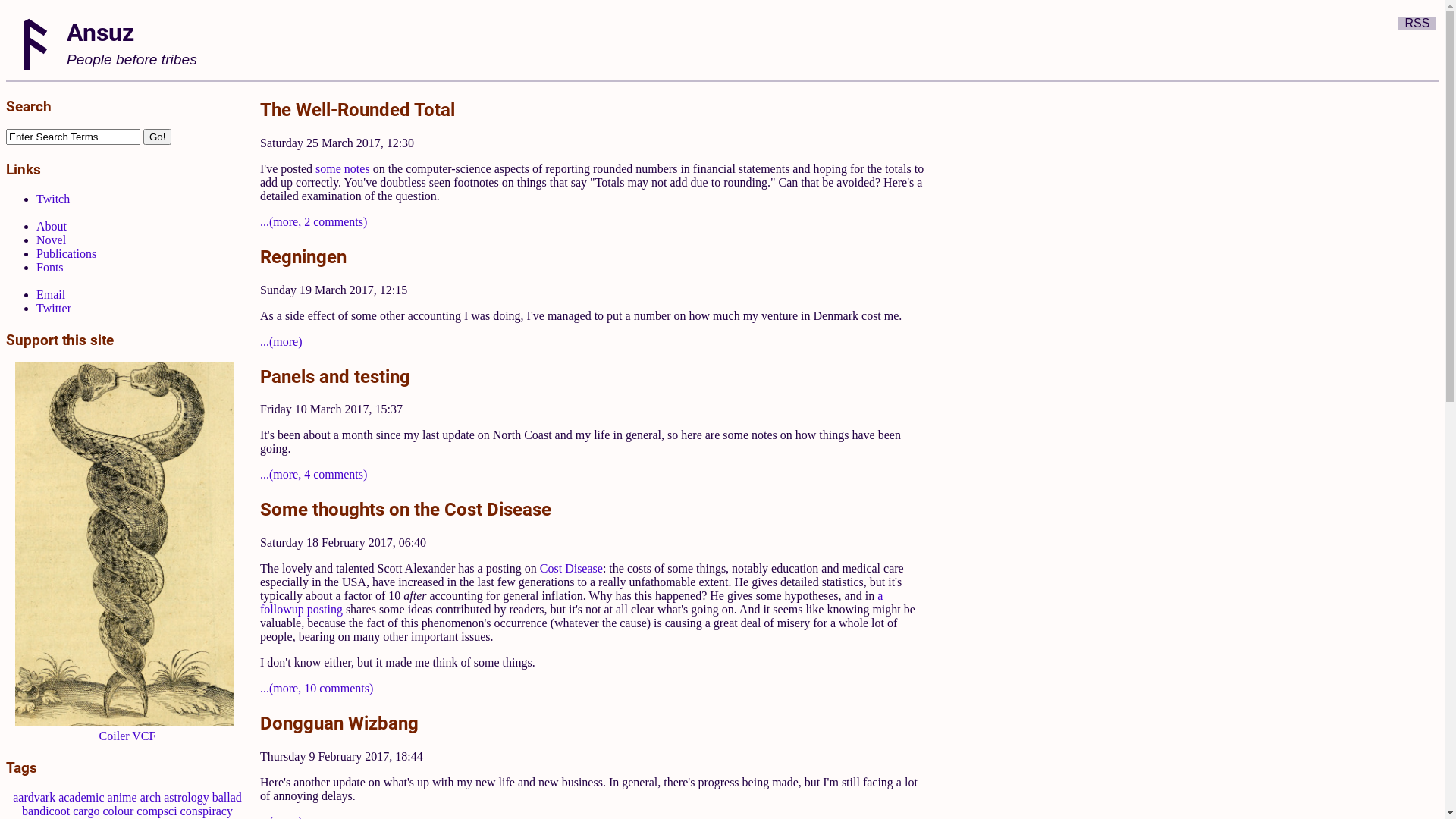 This screenshot has width=1456, height=819. Describe the element at coordinates (45, 810) in the screenshot. I see `'bandicoot'` at that location.